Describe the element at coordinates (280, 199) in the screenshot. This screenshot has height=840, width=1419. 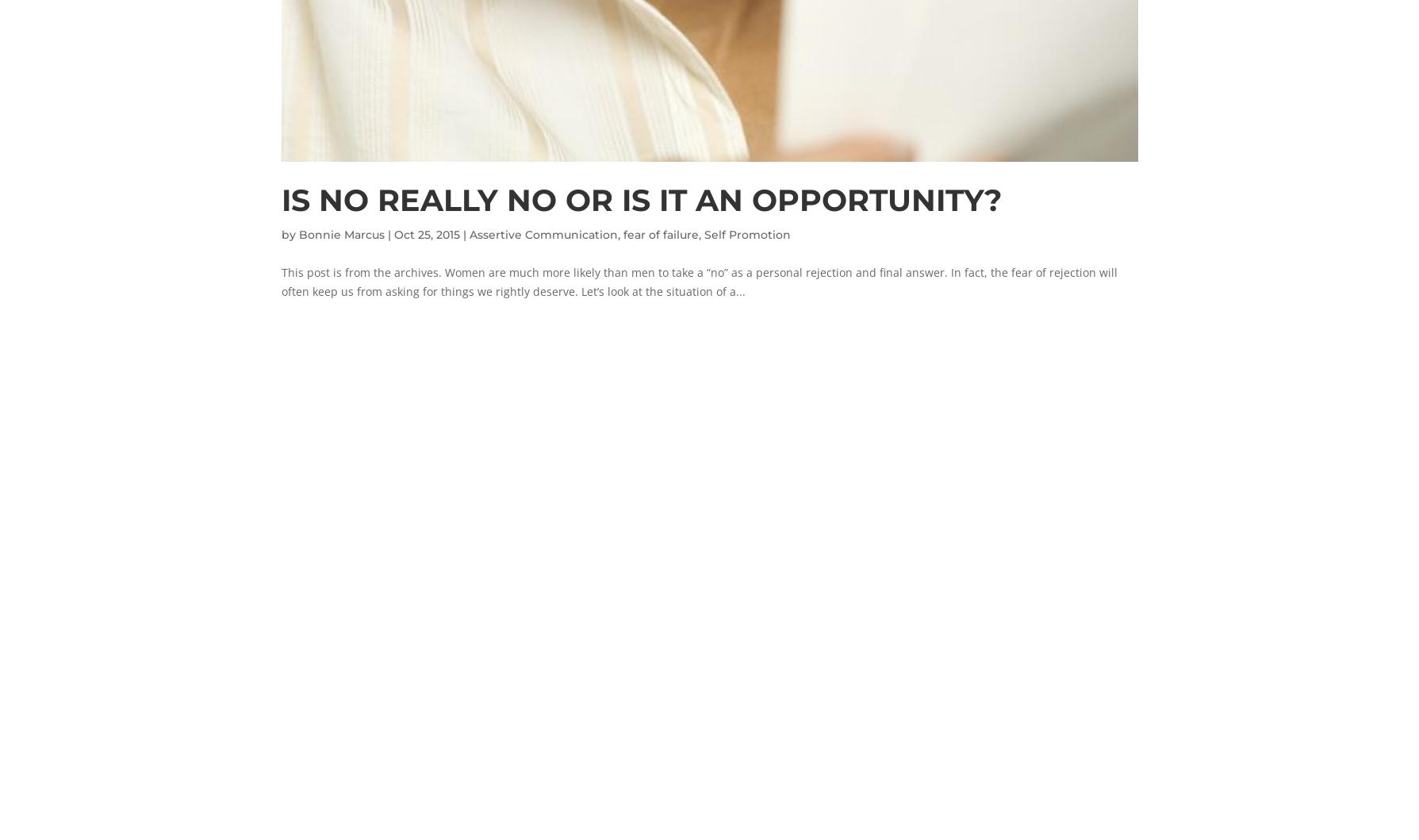
I see `'Is No Really No Or Is It An Opportunity?'` at that location.